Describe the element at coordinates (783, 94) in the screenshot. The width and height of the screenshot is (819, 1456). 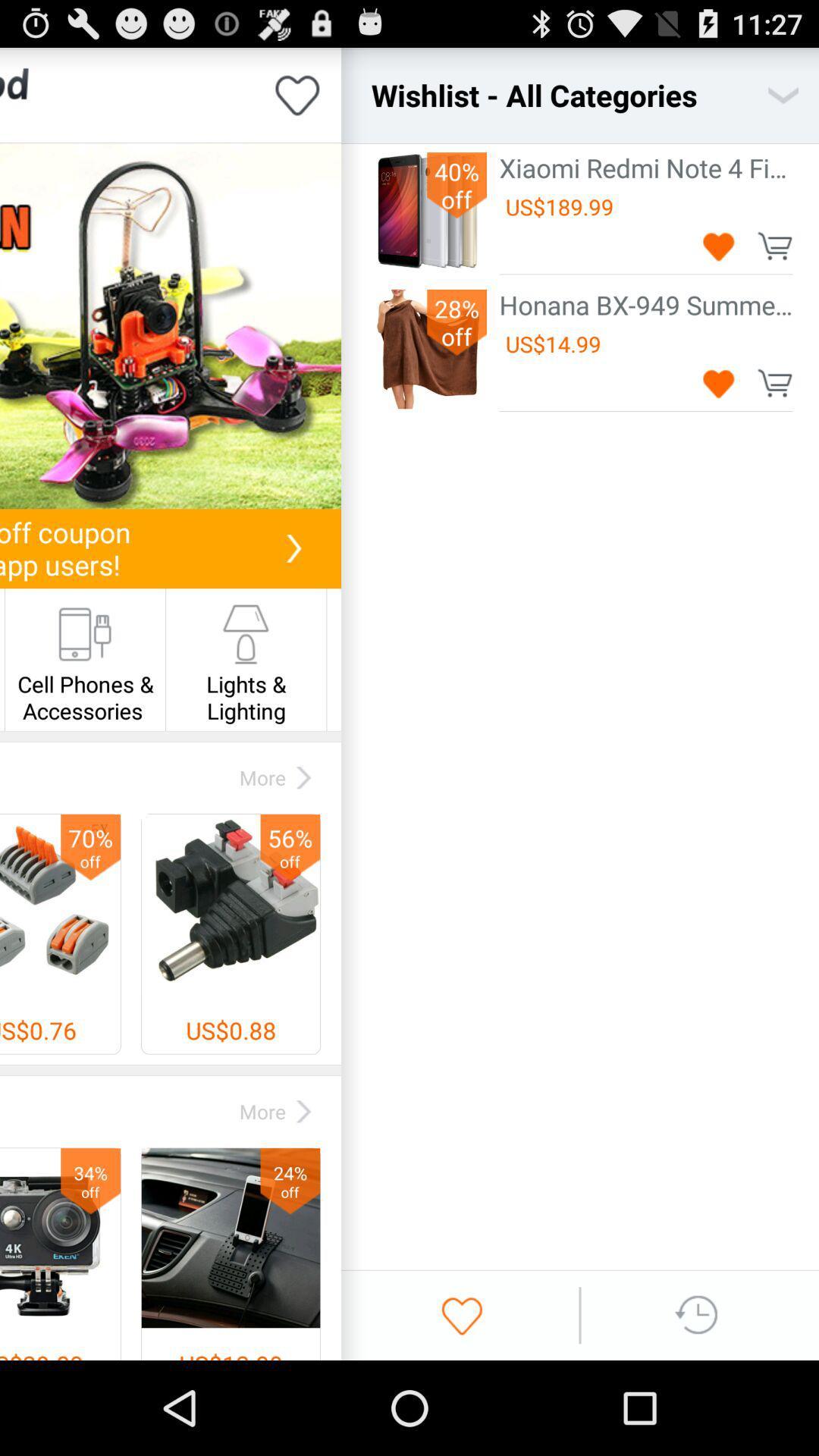
I see `the app to the right of the wishlist - all categories icon` at that location.